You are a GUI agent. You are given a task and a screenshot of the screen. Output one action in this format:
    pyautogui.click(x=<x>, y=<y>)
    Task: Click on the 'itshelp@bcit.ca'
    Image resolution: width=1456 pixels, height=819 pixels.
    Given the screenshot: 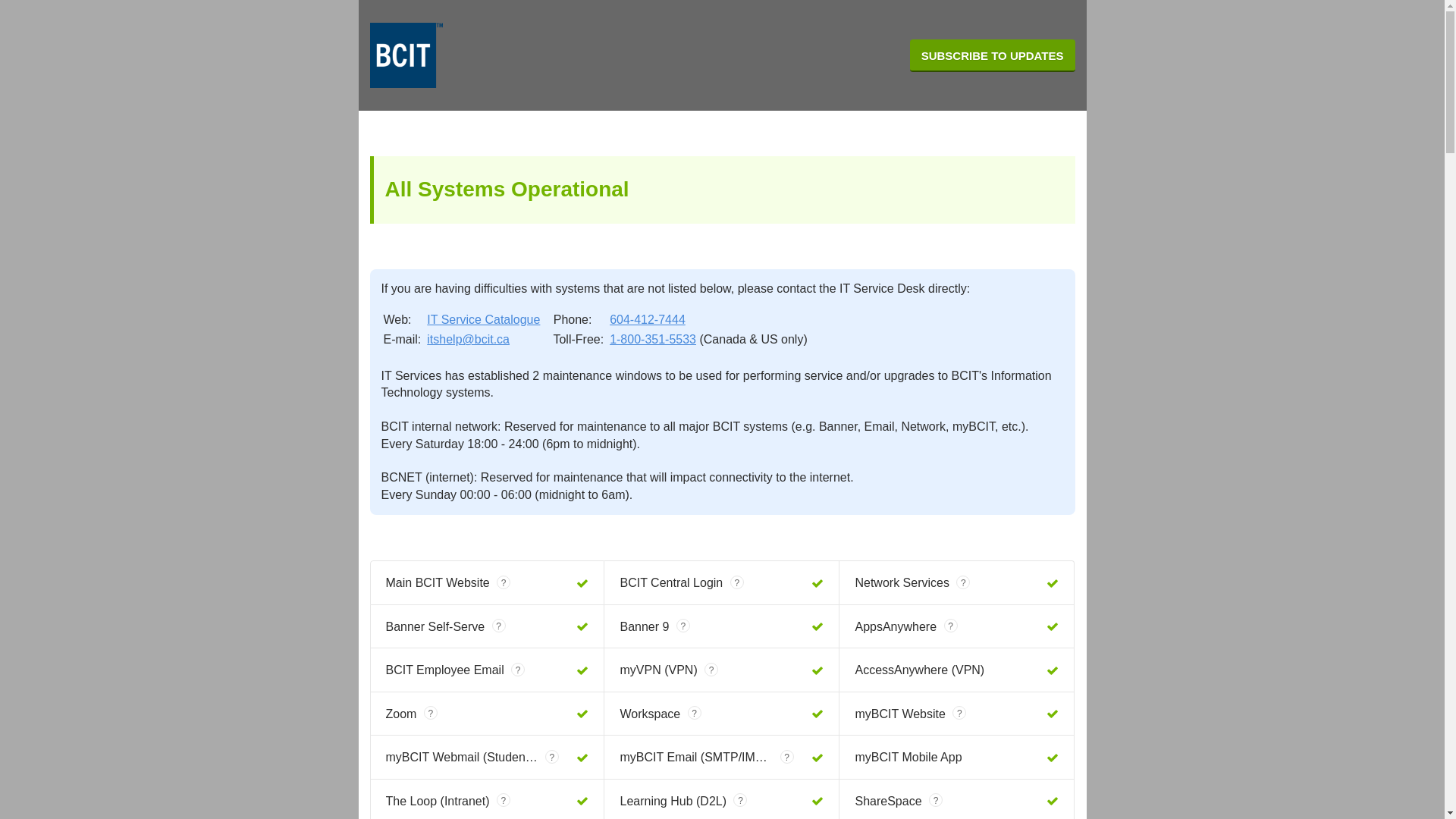 What is the action you would take?
    pyautogui.click(x=467, y=338)
    